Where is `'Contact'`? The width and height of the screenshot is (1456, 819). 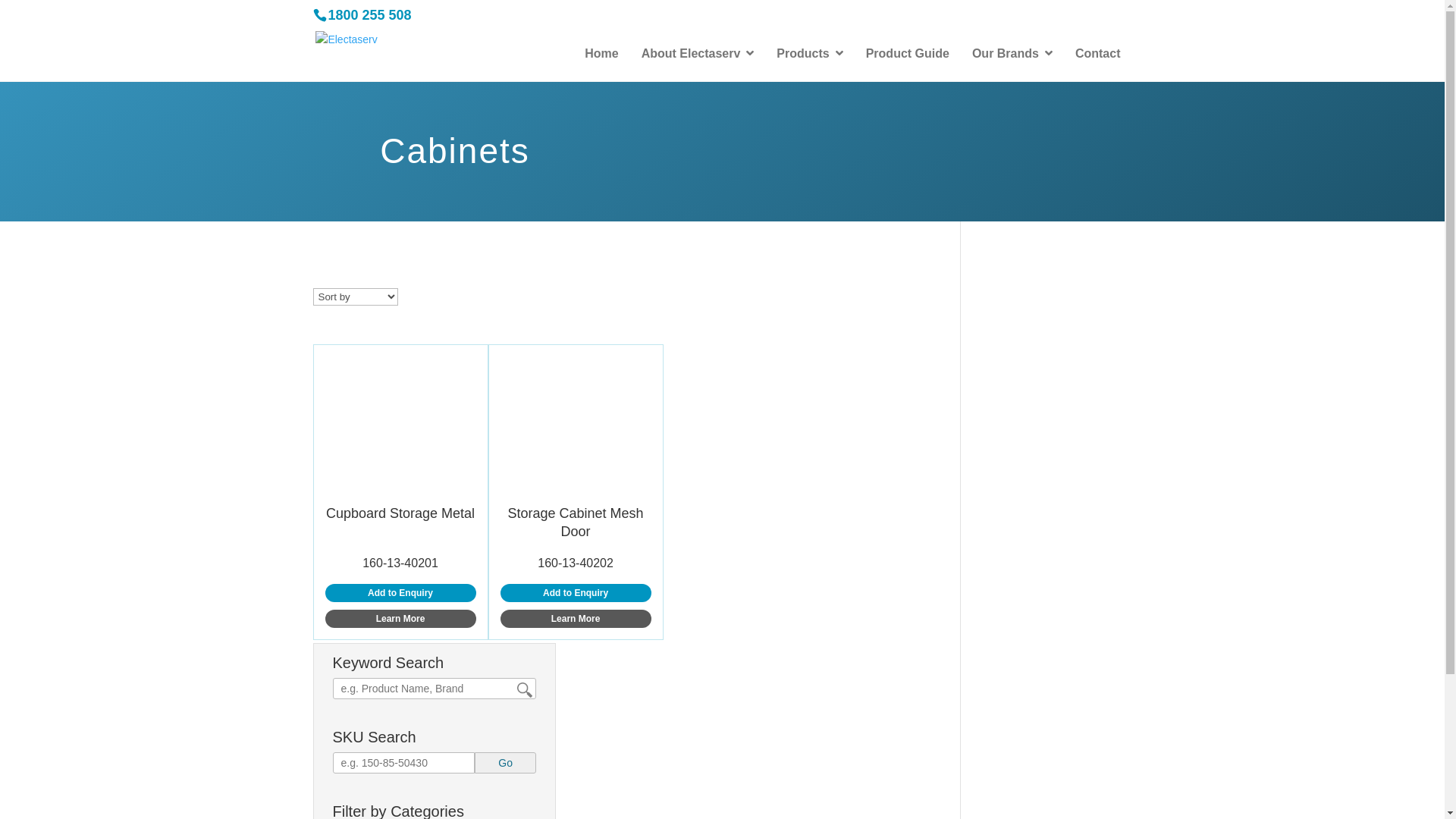
'Contact' is located at coordinates (1098, 53).